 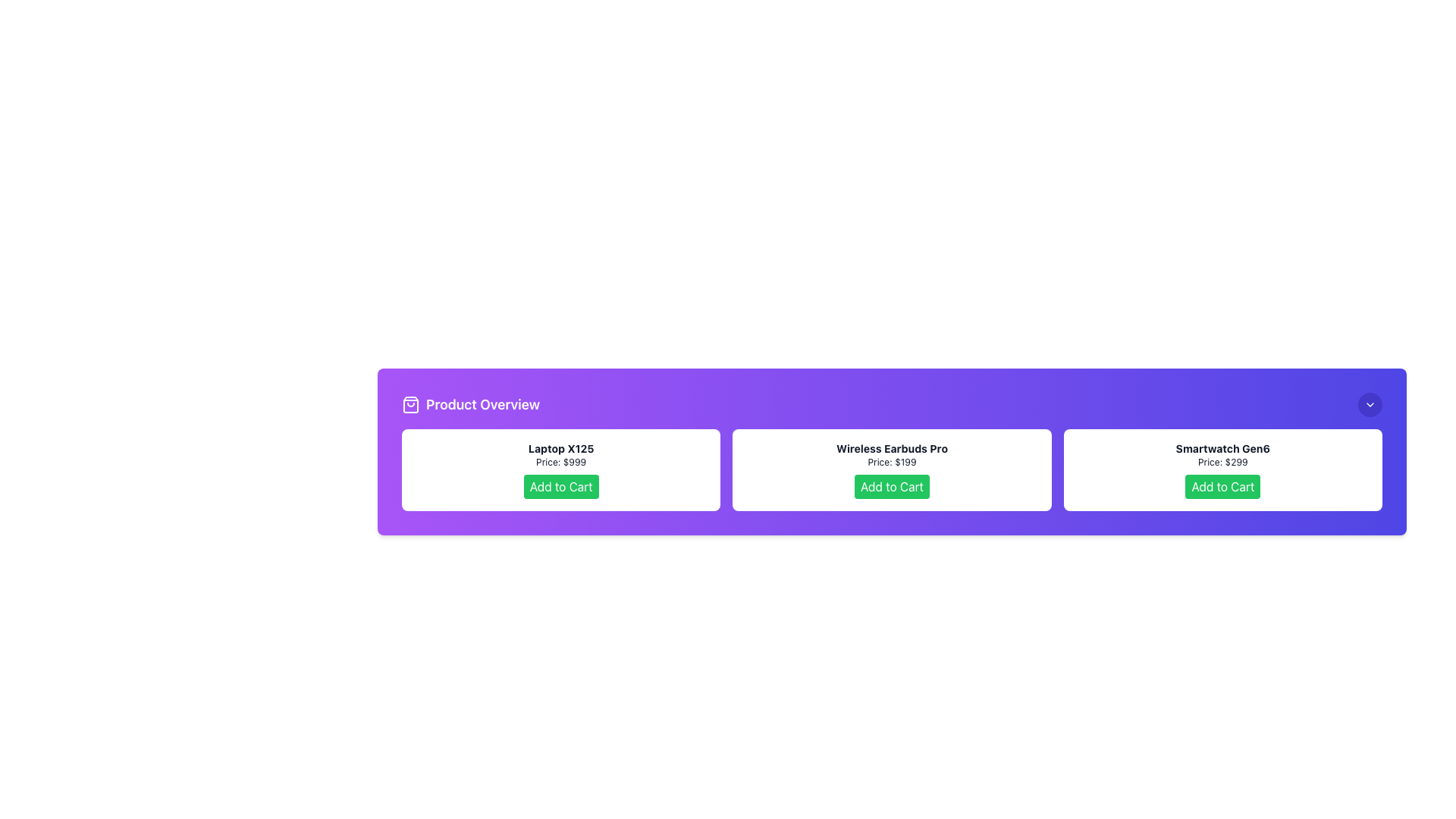 What do you see at coordinates (1222, 469) in the screenshot?
I see `the 'Add to Cart' button within the Composite component that features the title 'Smartwatch Gen6' and price information` at bounding box center [1222, 469].